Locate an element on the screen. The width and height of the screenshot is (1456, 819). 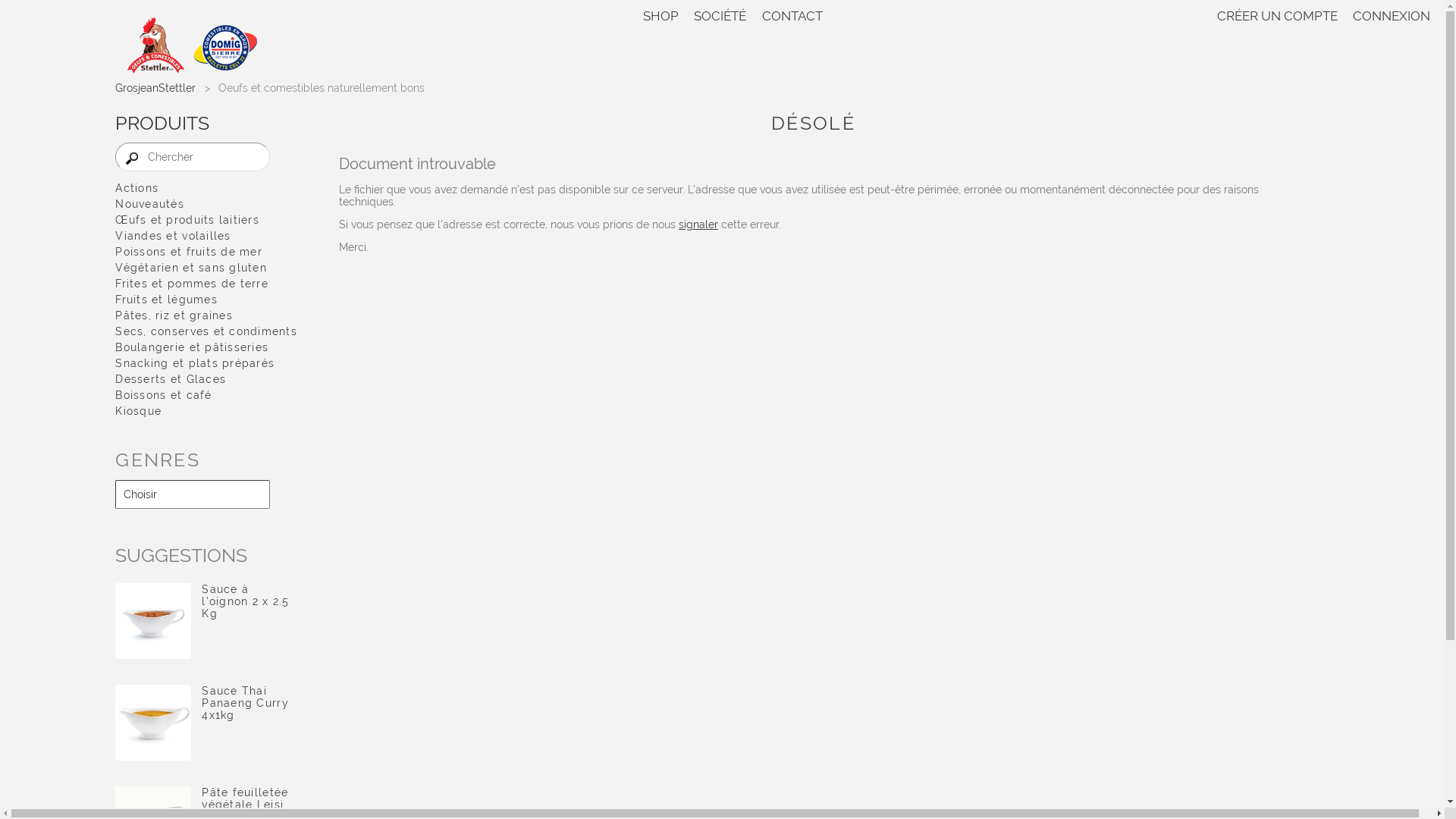
'Frites et pommes de terre' is located at coordinates (206, 284).